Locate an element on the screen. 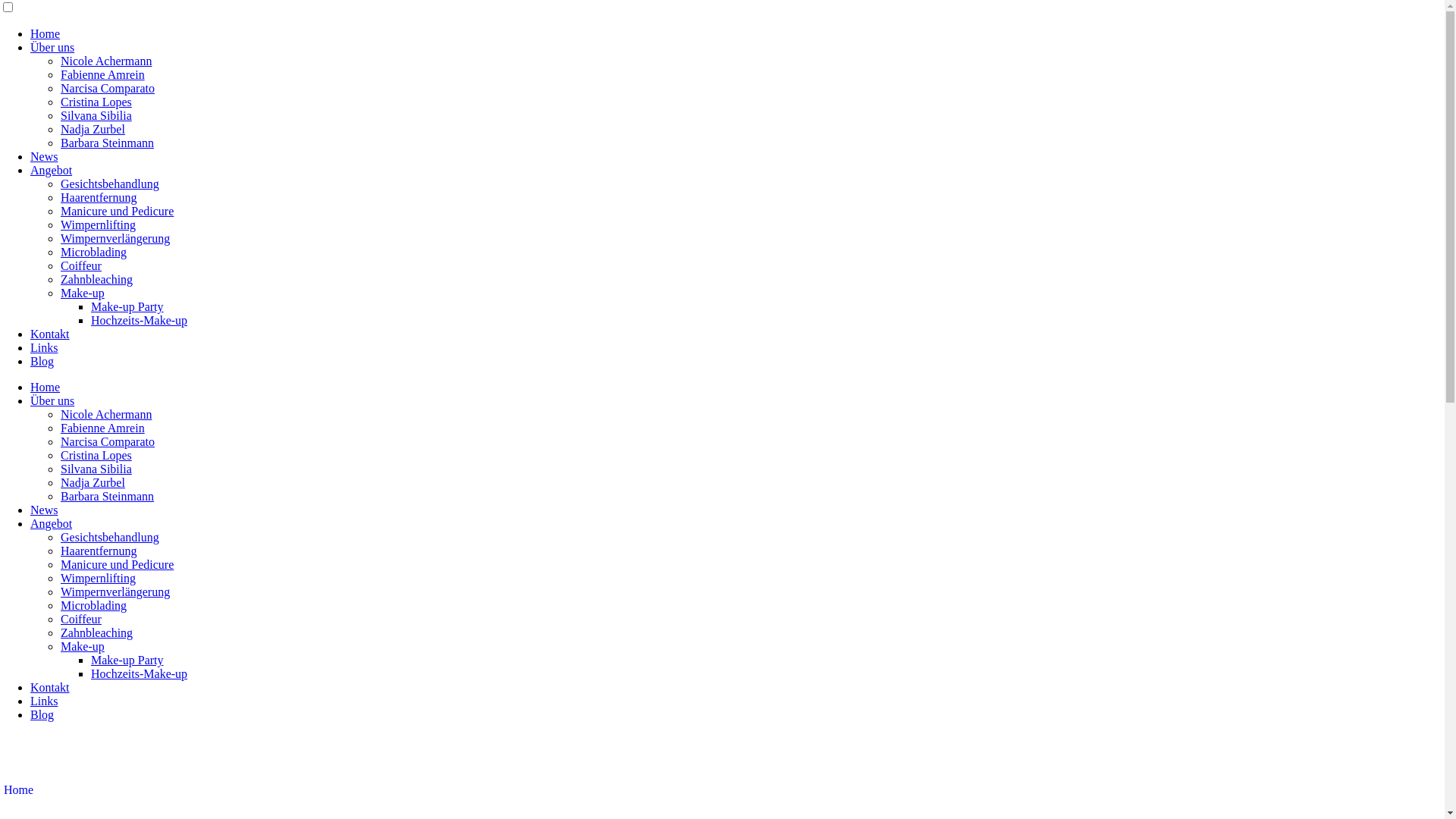  'Manicure und Pedicure' is located at coordinates (116, 564).